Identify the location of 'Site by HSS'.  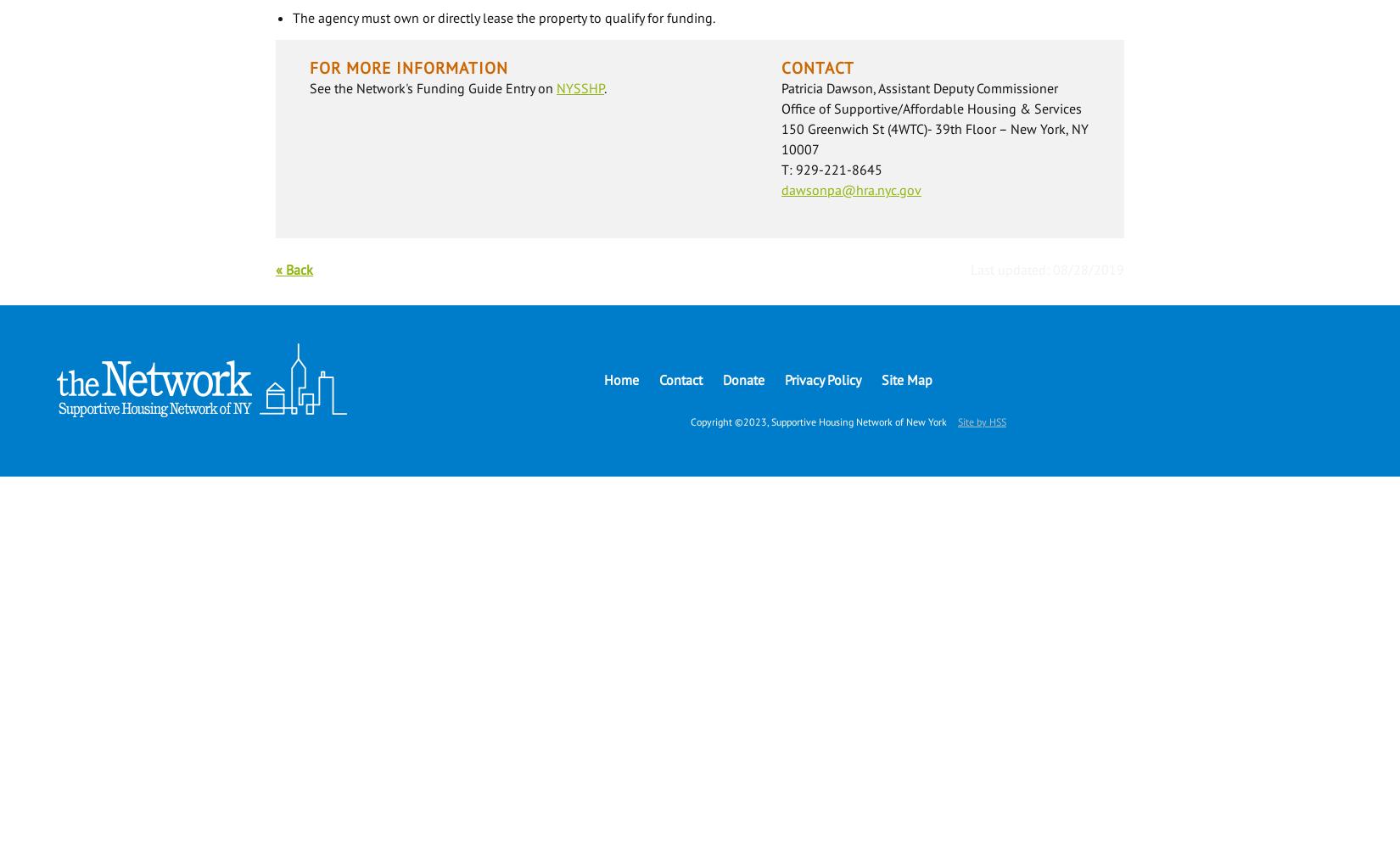
(982, 421).